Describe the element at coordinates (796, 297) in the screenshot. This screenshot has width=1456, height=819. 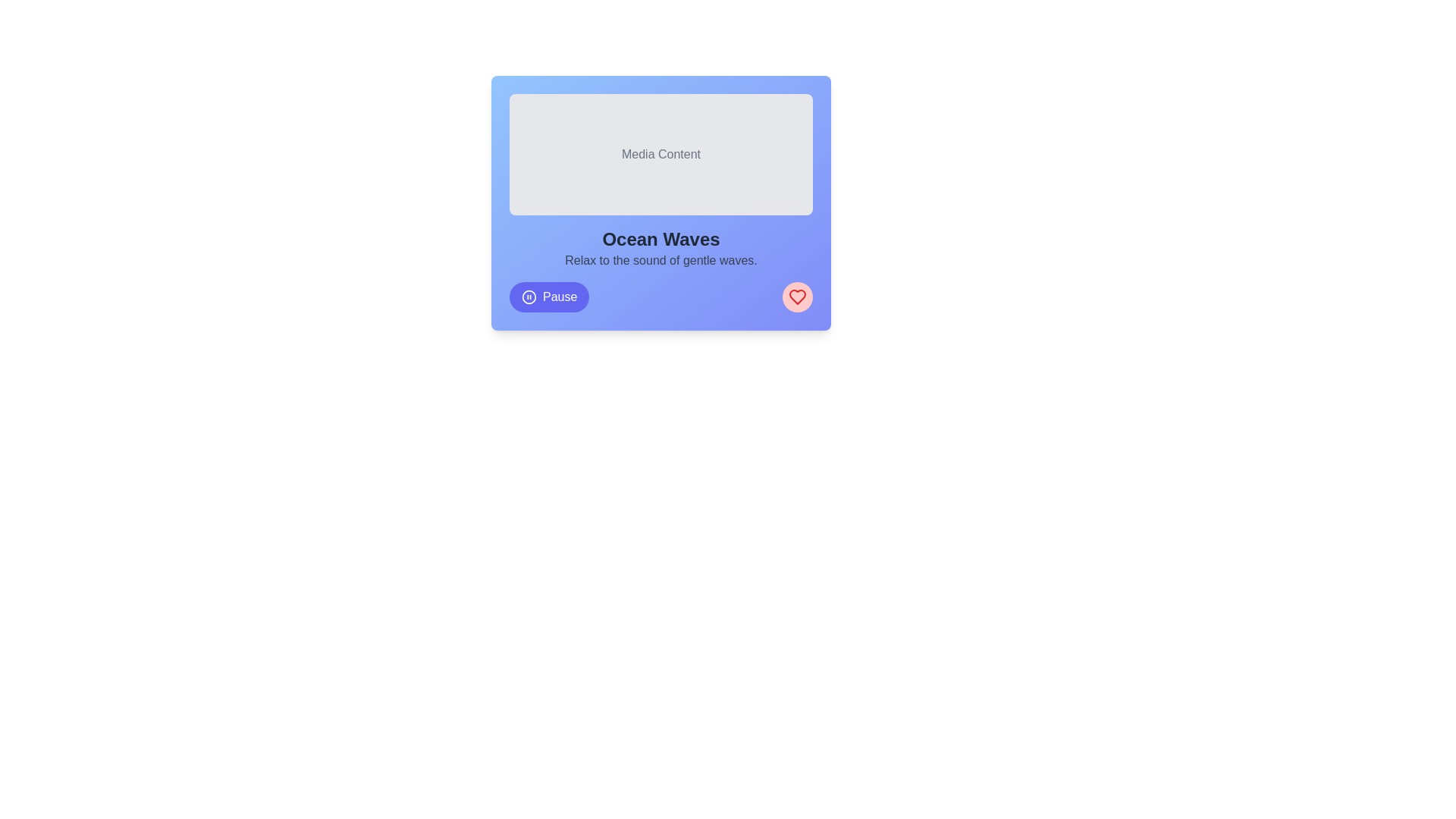
I see `the heart icon, which is a filled gradient red heart shape located in the bottom-right area of the card interface` at that location.